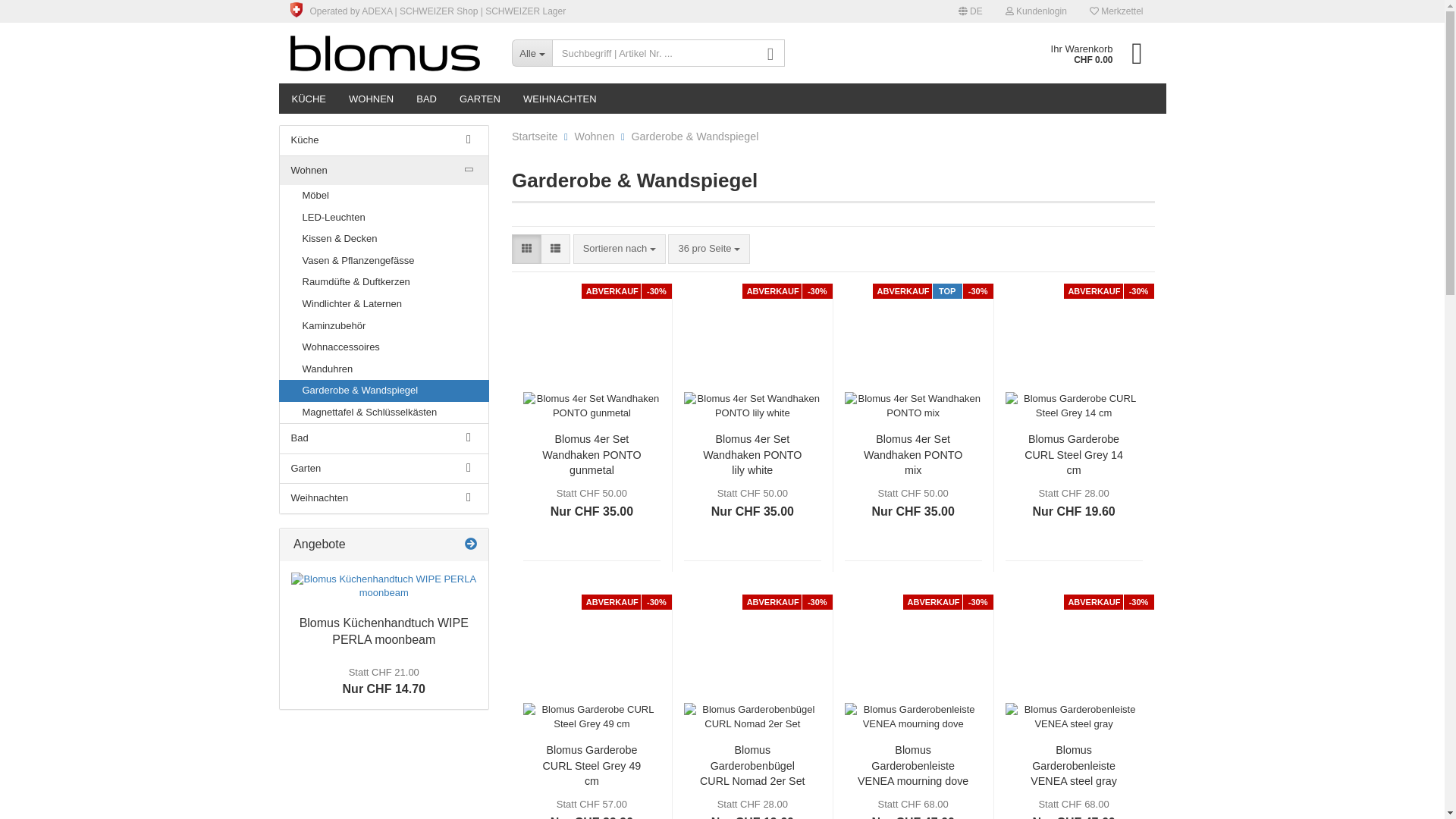 Image resolution: width=1456 pixels, height=819 pixels. Describe the element at coordinates (279, 304) in the screenshot. I see `'Windlichter & Laternen'` at that location.